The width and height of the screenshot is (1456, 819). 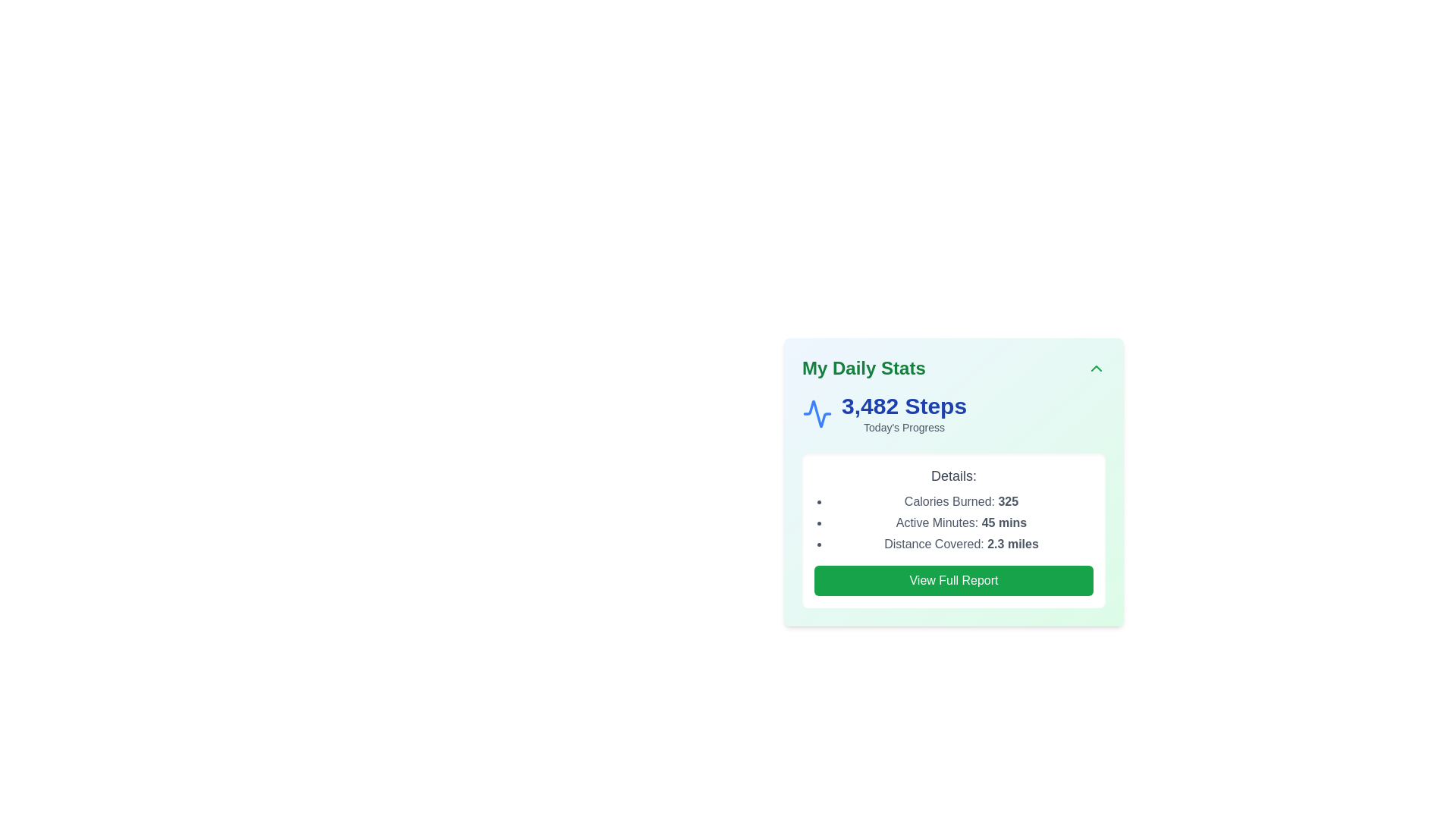 What do you see at coordinates (960, 543) in the screenshot?
I see `static display text showing 'Distance Covered: 2.3 miles' which is the third item in a bulleted list of statistics within the 'Details' section` at bounding box center [960, 543].